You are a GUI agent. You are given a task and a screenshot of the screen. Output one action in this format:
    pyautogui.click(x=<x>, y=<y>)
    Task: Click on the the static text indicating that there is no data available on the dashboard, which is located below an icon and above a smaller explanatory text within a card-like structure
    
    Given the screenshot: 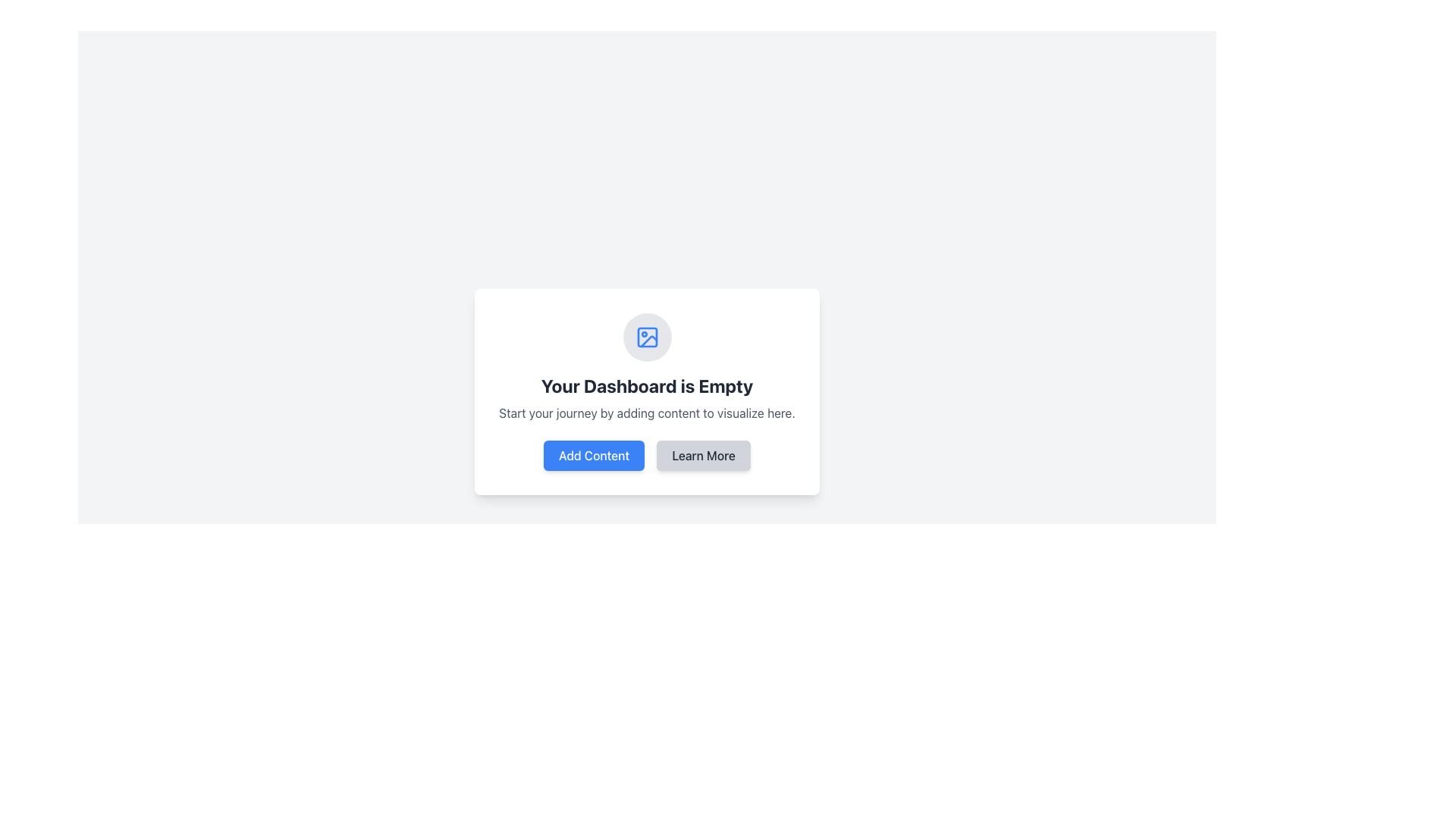 What is the action you would take?
    pyautogui.click(x=647, y=385)
    